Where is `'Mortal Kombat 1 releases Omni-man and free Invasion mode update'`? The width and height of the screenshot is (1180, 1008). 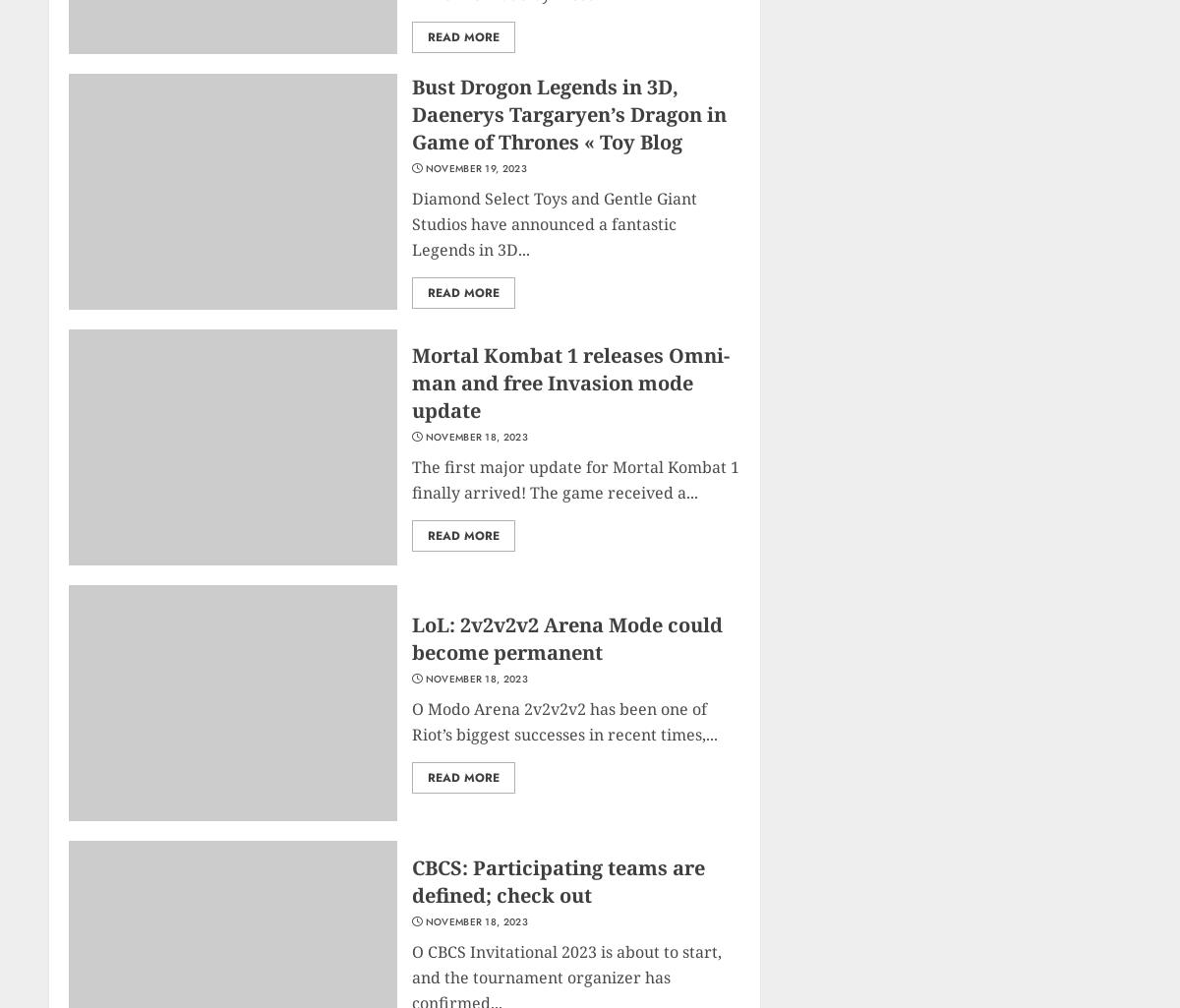 'Mortal Kombat 1 releases Omni-man and free Invasion mode update' is located at coordinates (569, 383).